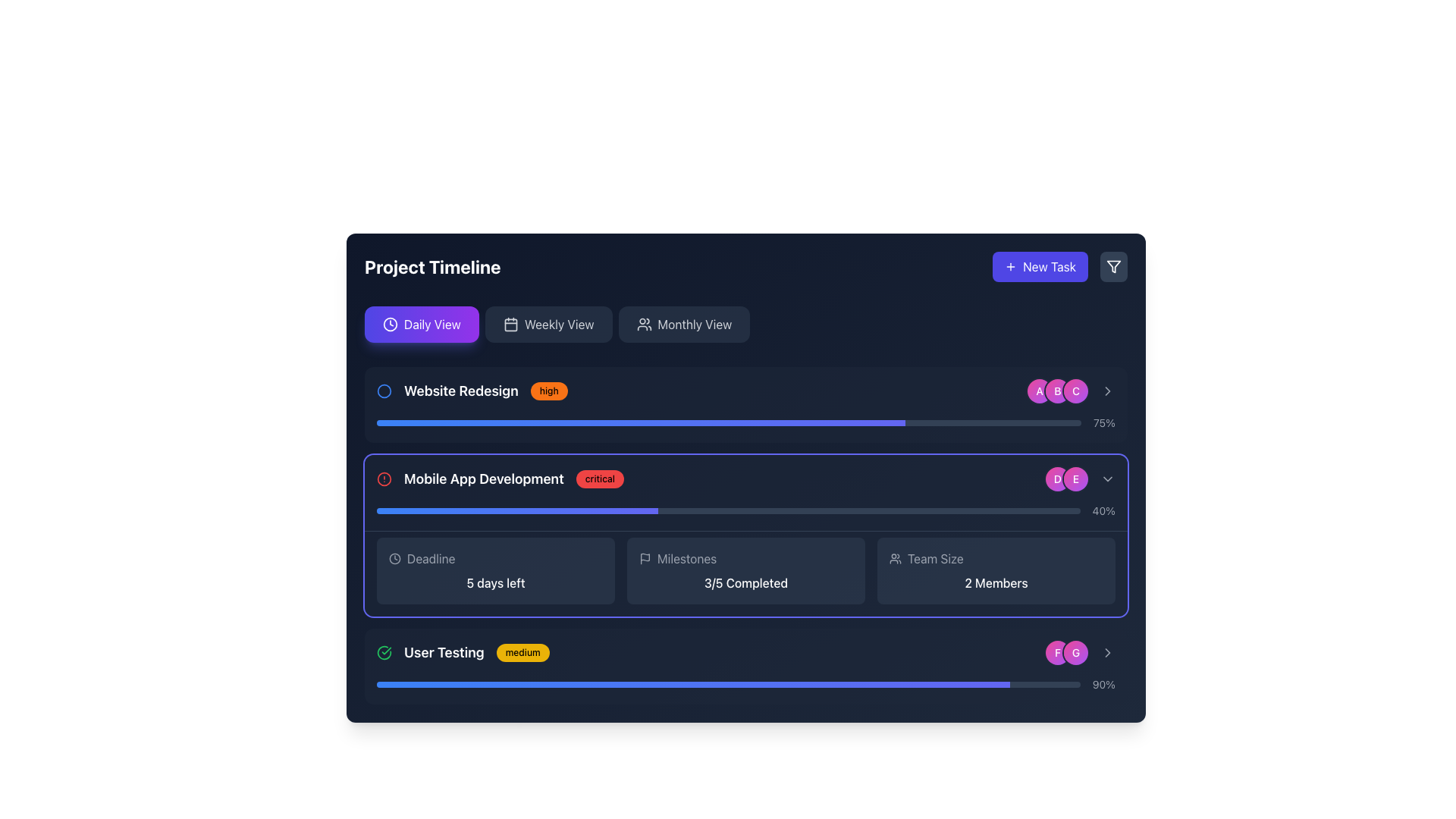 This screenshot has height=819, width=1456. What do you see at coordinates (471, 423) in the screenshot?
I see `progress` at bounding box center [471, 423].